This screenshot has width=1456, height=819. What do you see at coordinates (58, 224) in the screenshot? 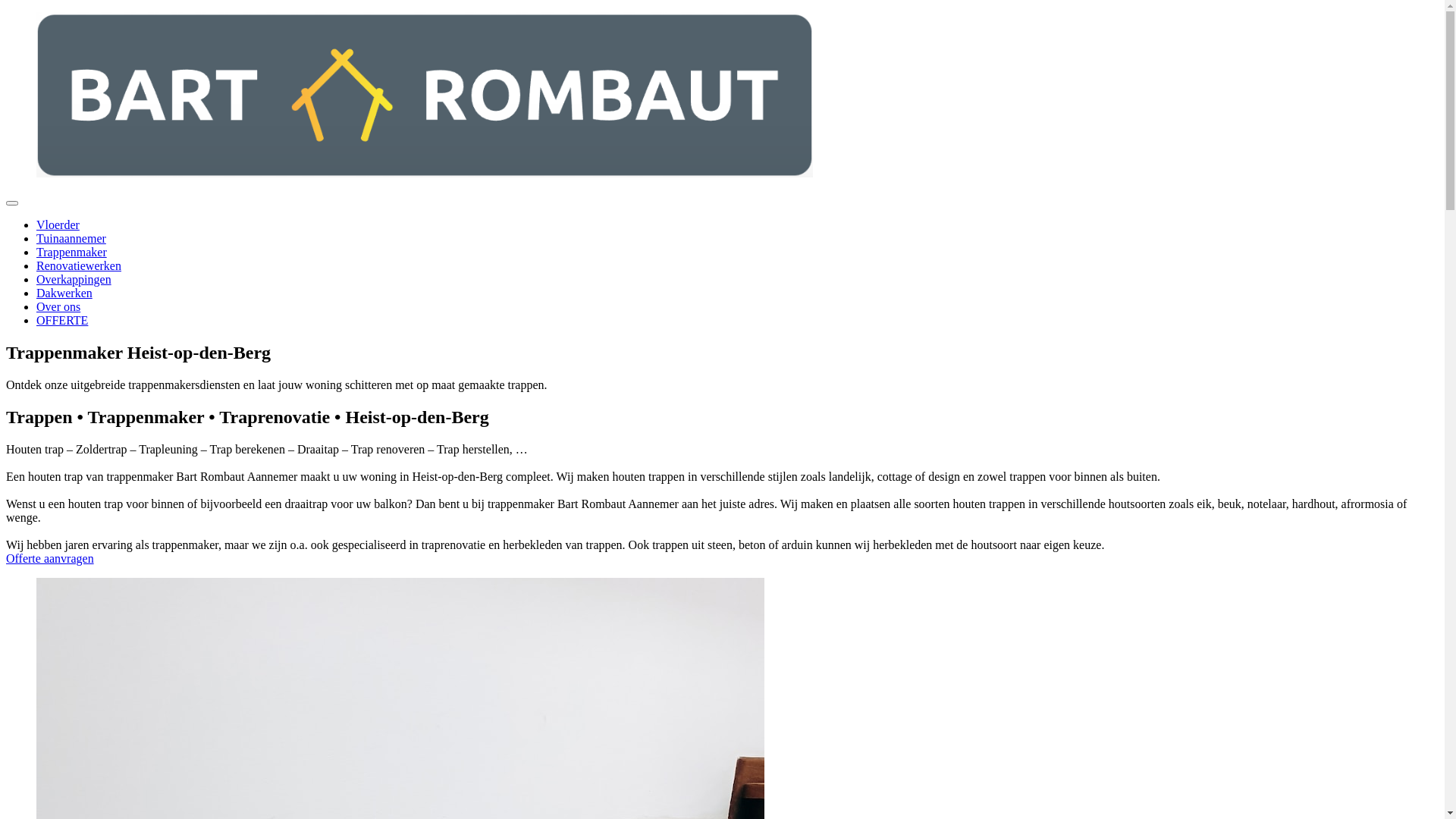
I see `'Vloerder'` at bounding box center [58, 224].